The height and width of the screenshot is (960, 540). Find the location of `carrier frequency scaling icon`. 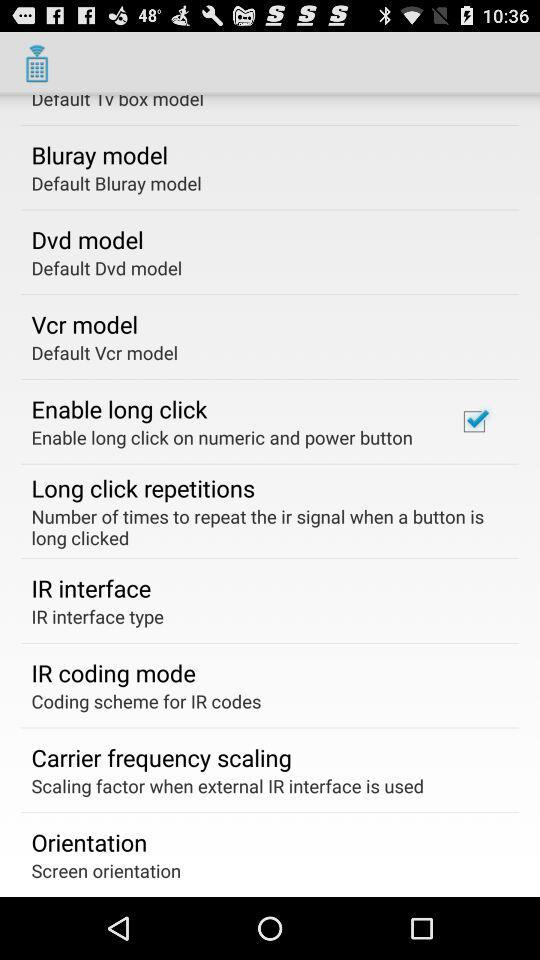

carrier frequency scaling icon is located at coordinates (160, 756).